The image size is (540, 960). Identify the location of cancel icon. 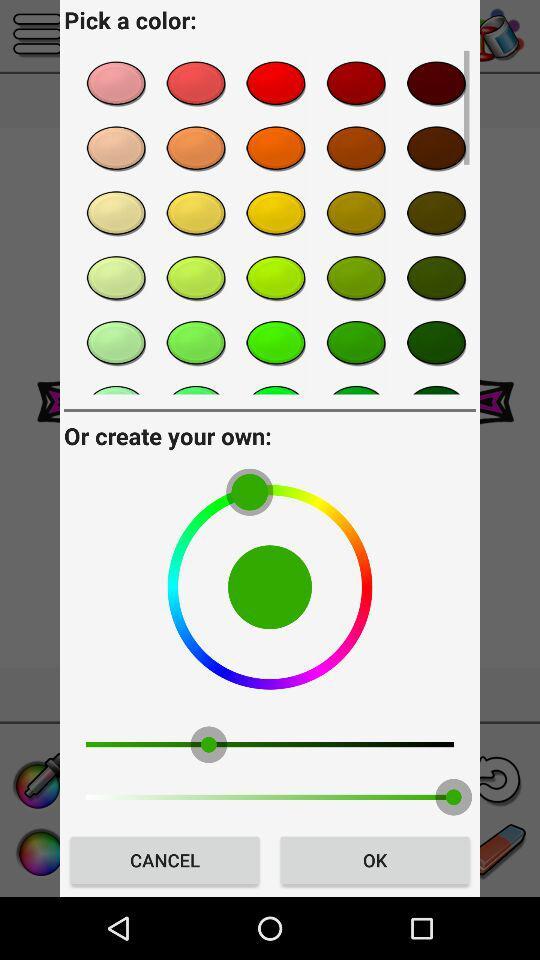
(164, 859).